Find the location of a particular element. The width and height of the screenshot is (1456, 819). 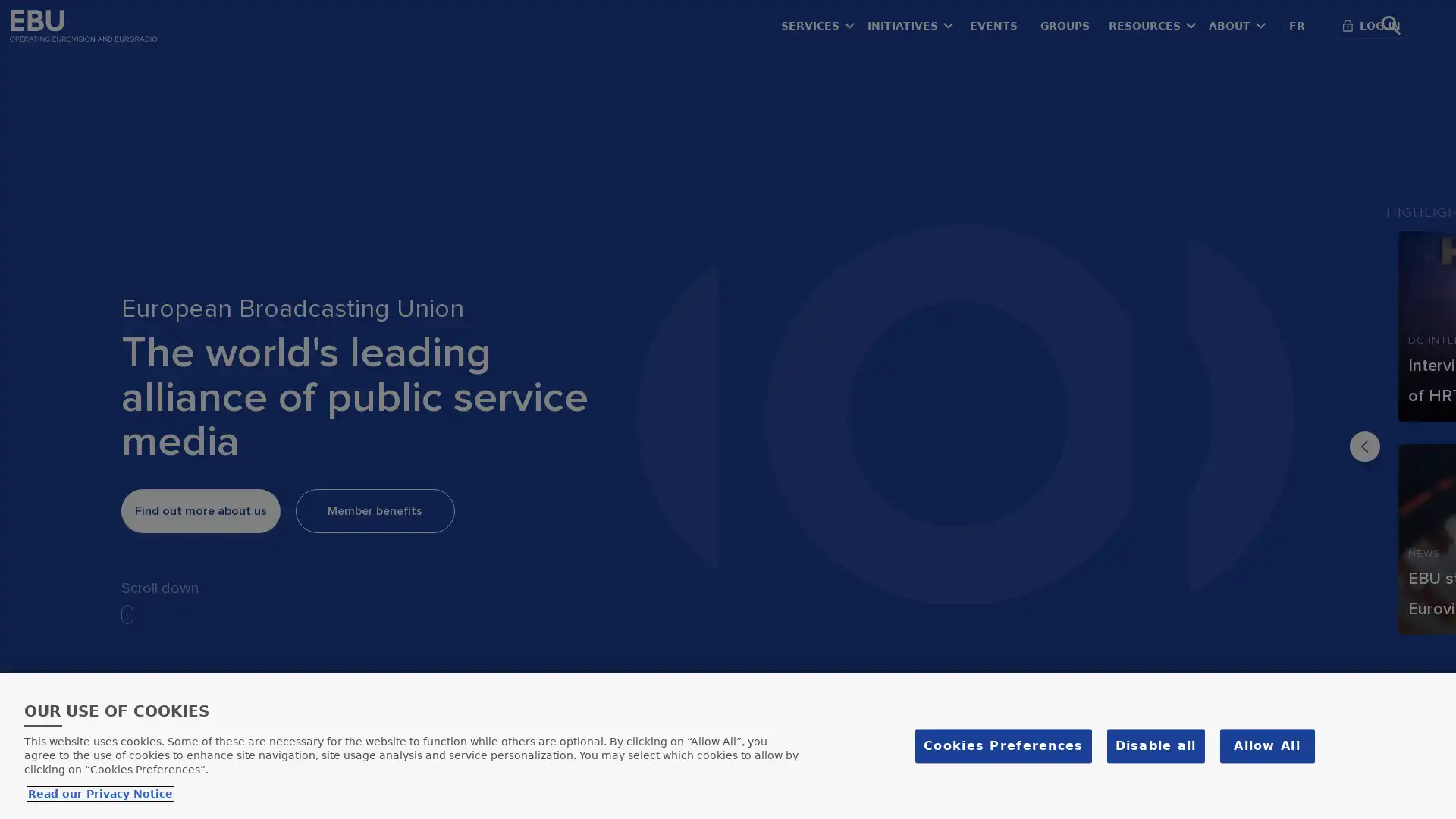

Allow All is located at coordinates (1266, 745).